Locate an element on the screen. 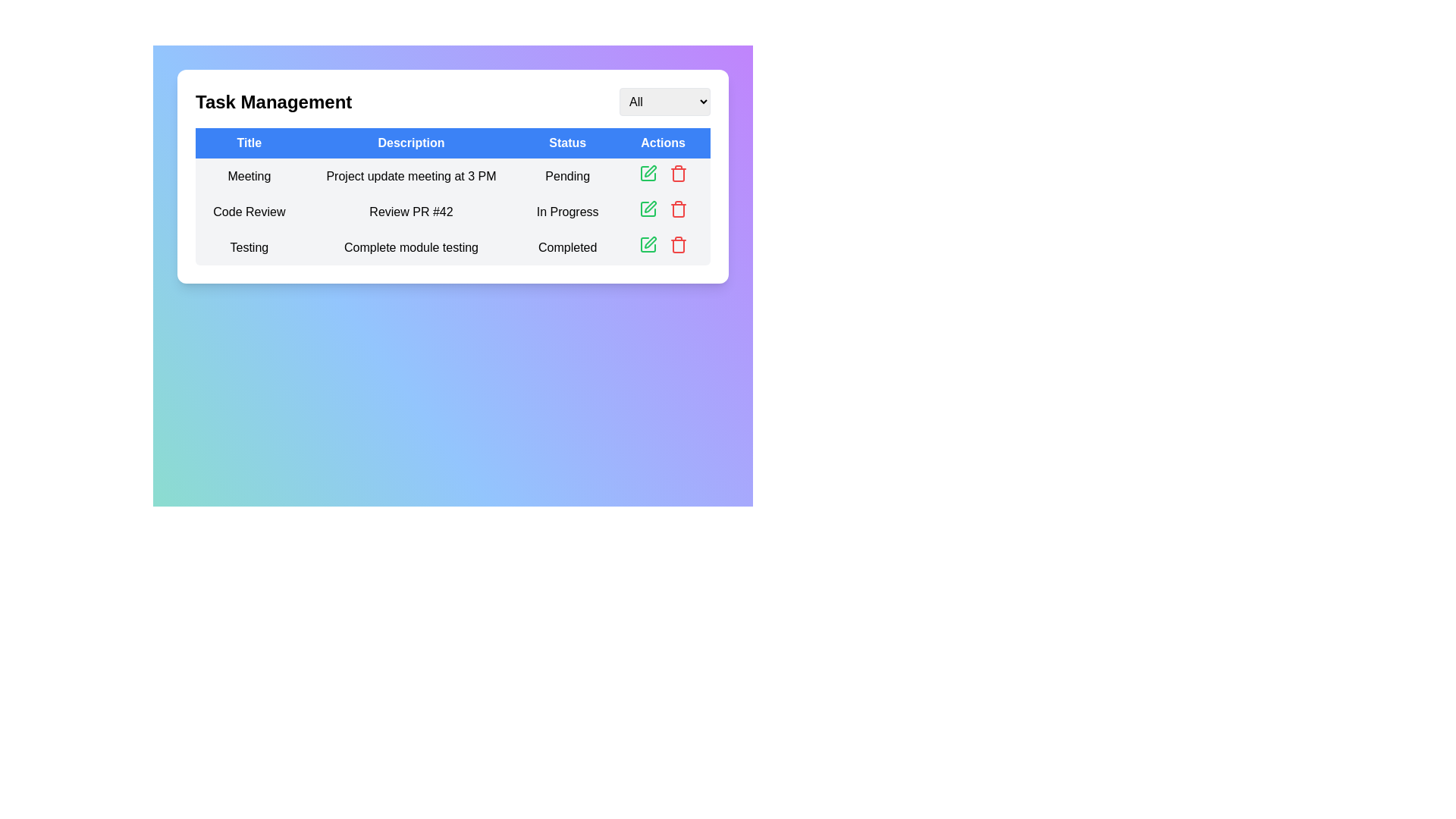 This screenshot has width=1456, height=819. the text label displaying 'Testing' in the first column of the table under the title 'Title' is located at coordinates (249, 246).